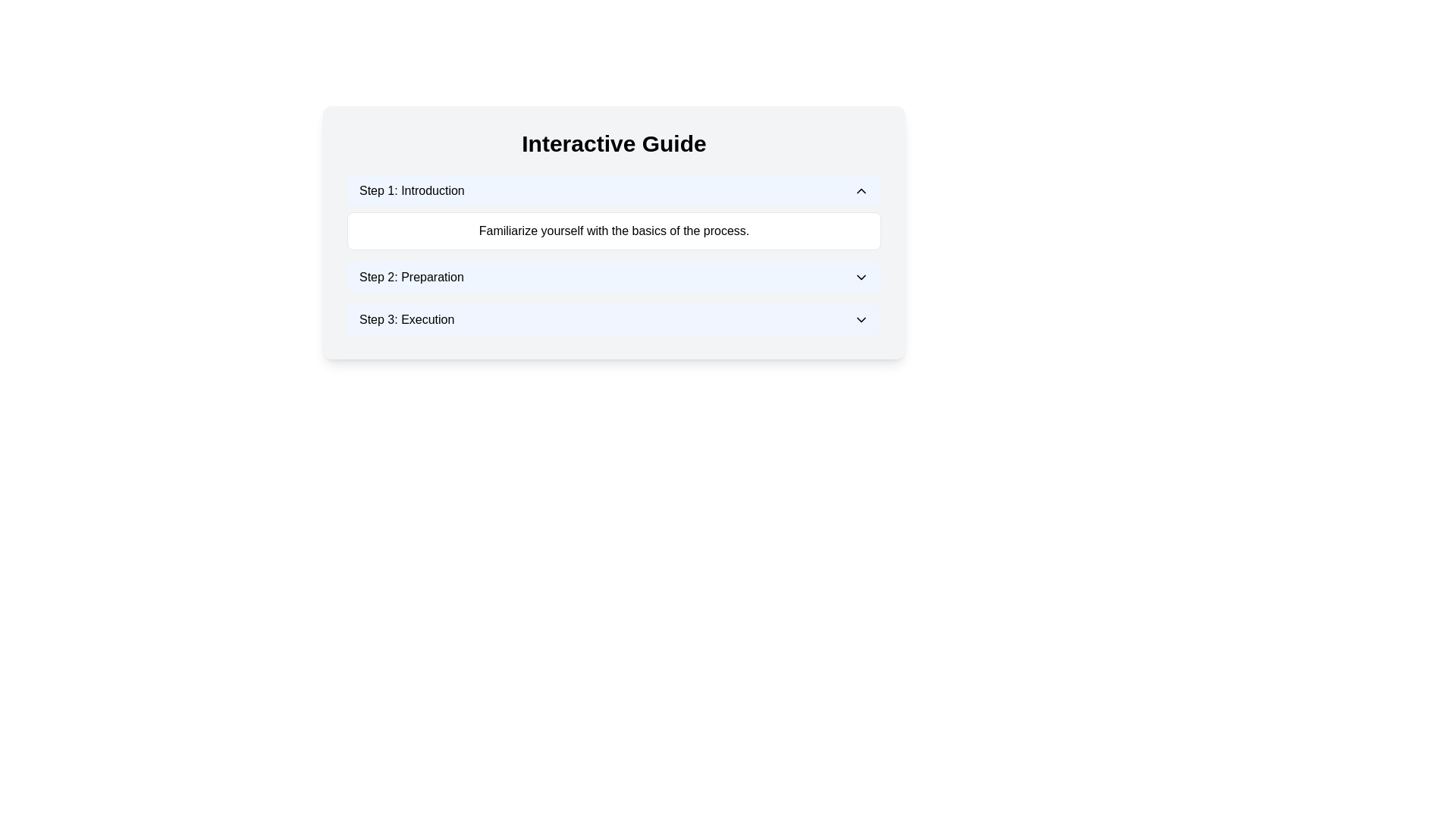 Image resolution: width=1456 pixels, height=819 pixels. What do you see at coordinates (411, 278) in the screenshot?
I see `text within the label that indicates 'Step 2: Overview', which is the second step in the interactive guide following 'Step 1: Introduction'` at bounding box center [411, 278].